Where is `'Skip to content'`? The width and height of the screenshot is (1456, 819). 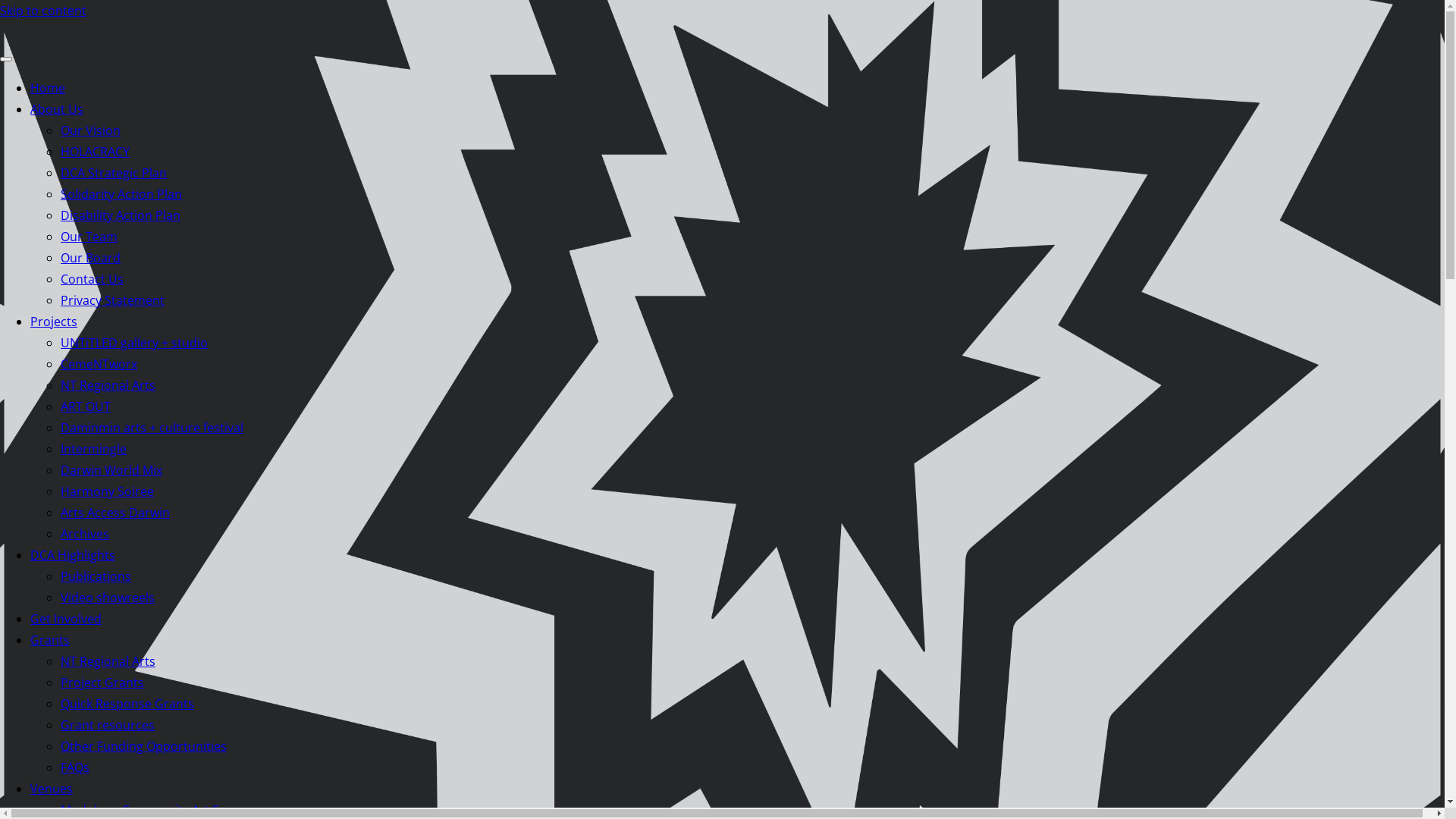 'Skip to content' is located at coordinates (43, 11).